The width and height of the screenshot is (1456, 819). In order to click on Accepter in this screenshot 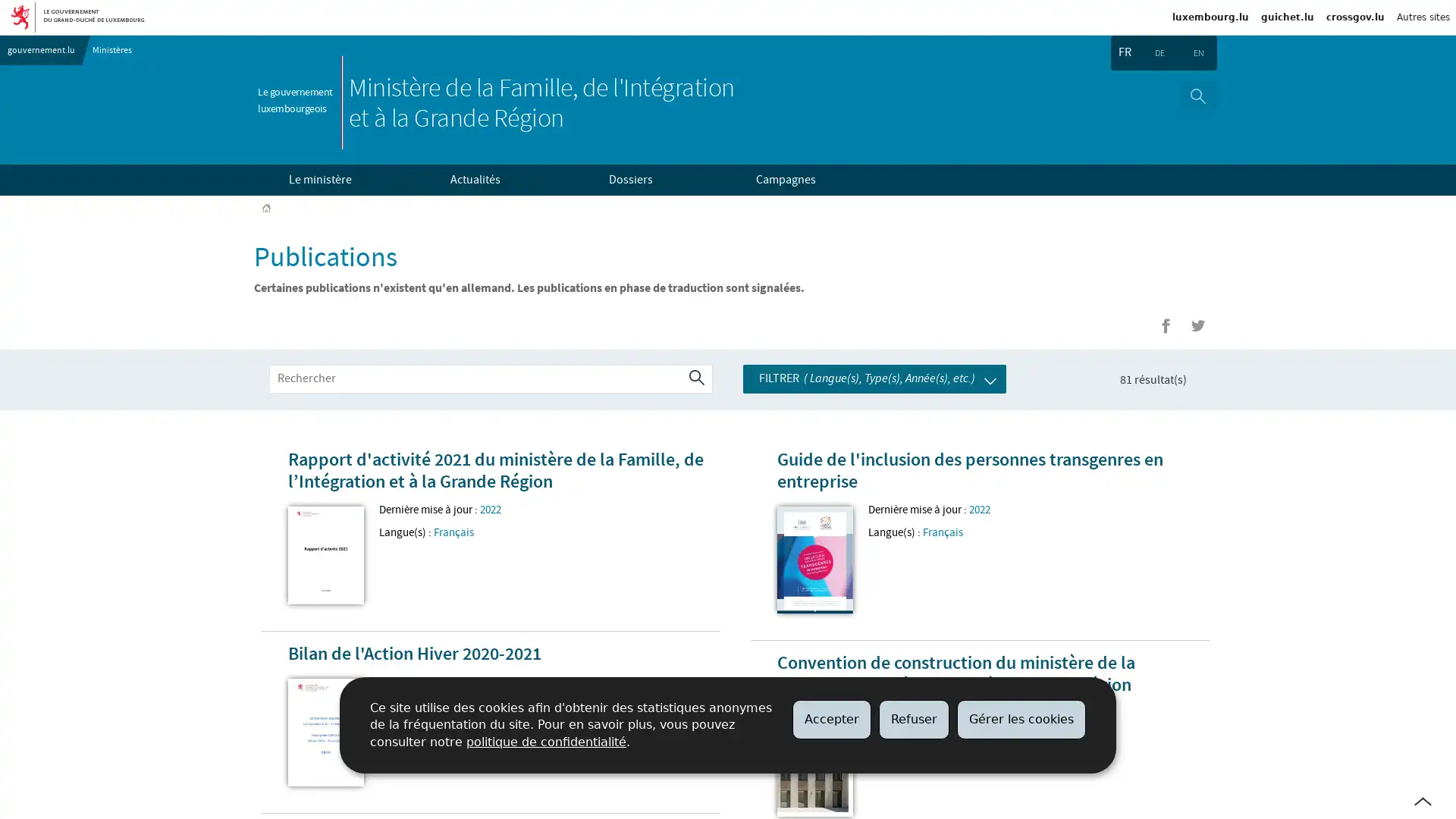, I will do `click(831, 718)`.